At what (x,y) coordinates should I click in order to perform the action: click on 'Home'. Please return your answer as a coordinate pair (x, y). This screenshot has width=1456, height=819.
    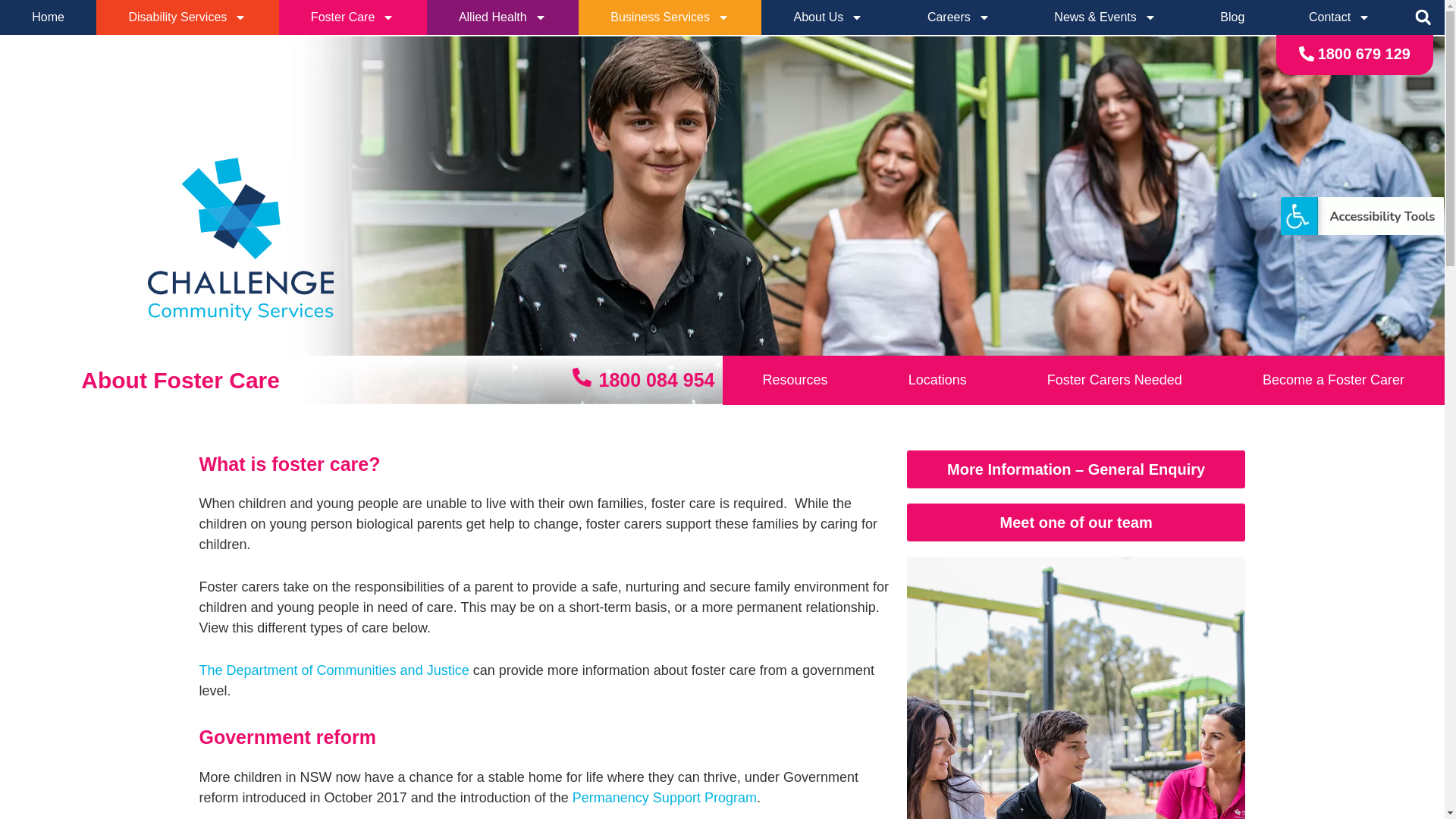
    Looking at the image, I should click on (48, 17).